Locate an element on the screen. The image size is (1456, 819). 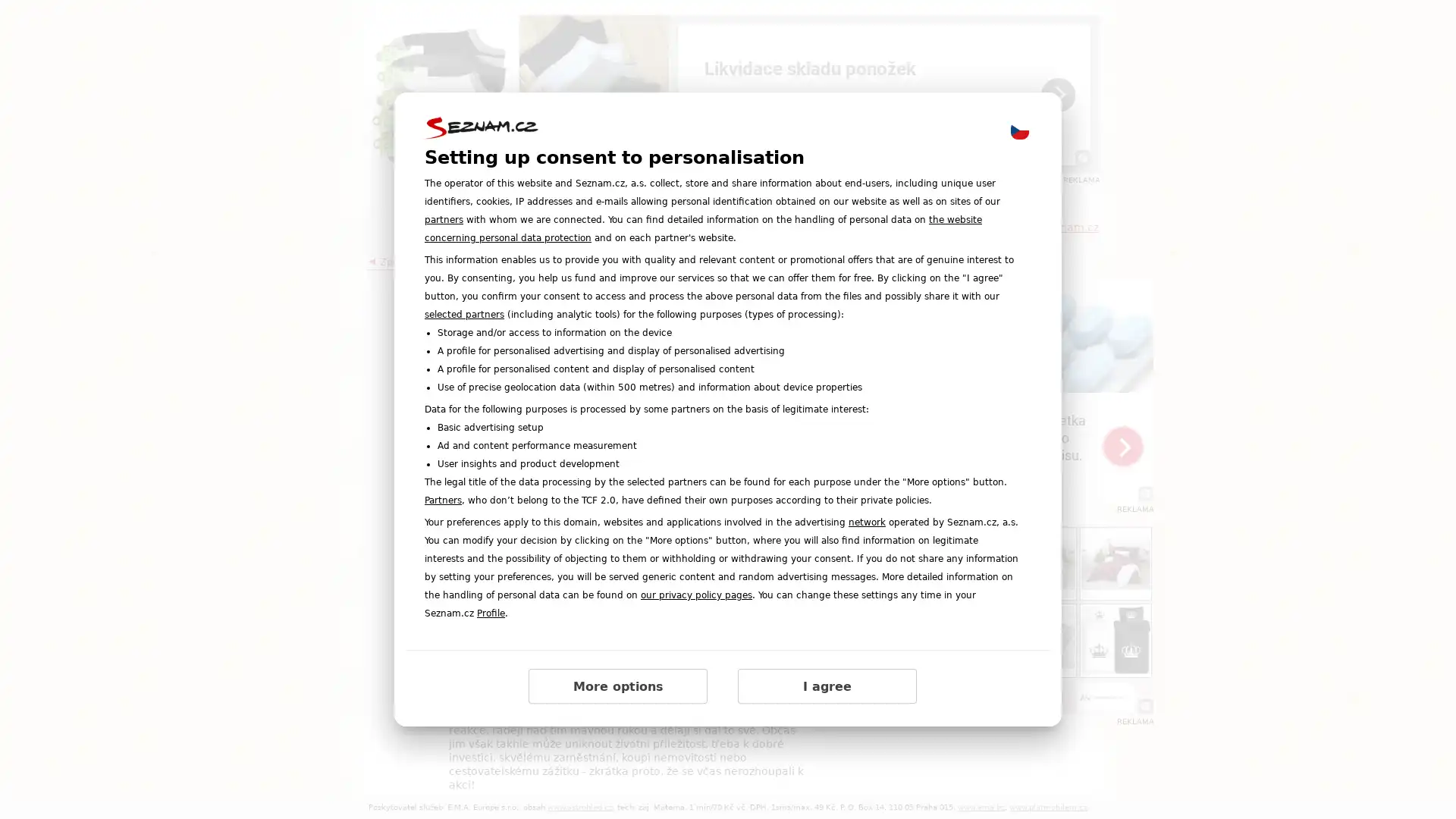
I agree is located at coordinates (826, 686).